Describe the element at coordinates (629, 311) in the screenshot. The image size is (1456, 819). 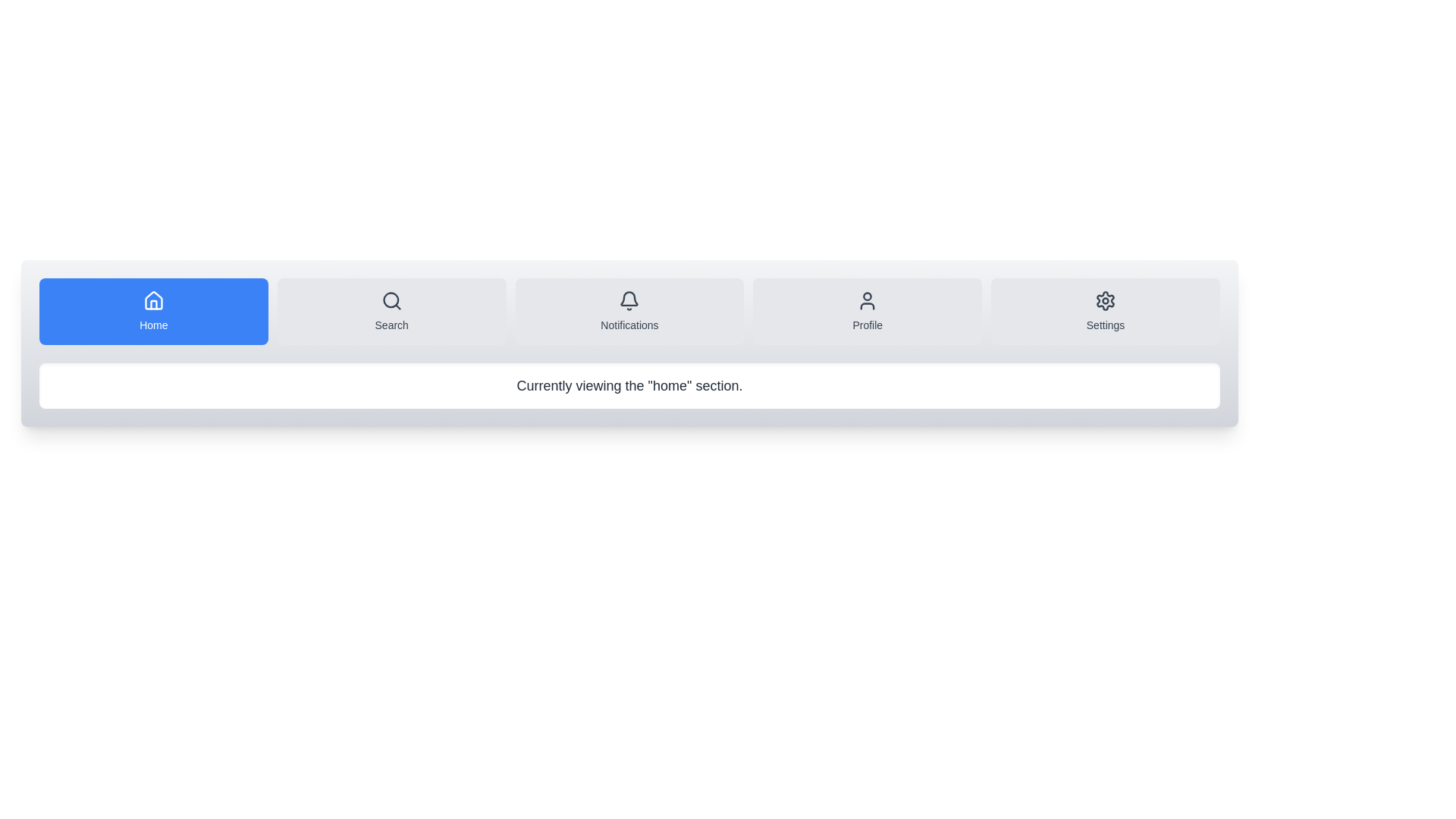
I see `the third element of the Navigation bar, which is Notifications` at that location.